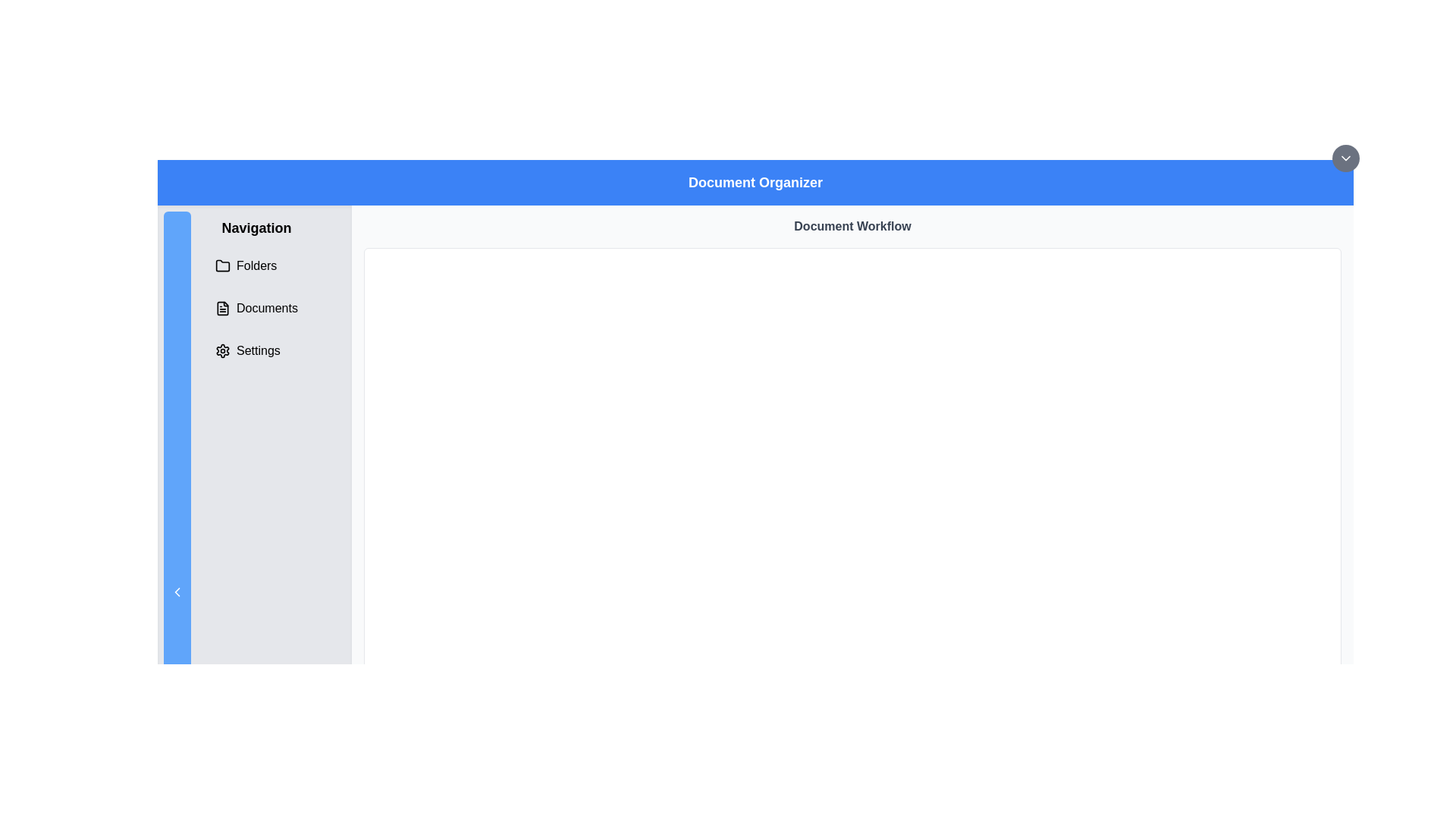  I want to click on the second item in the vertical navigation list, which directs to the 'Documents' section, so click(256, 308).